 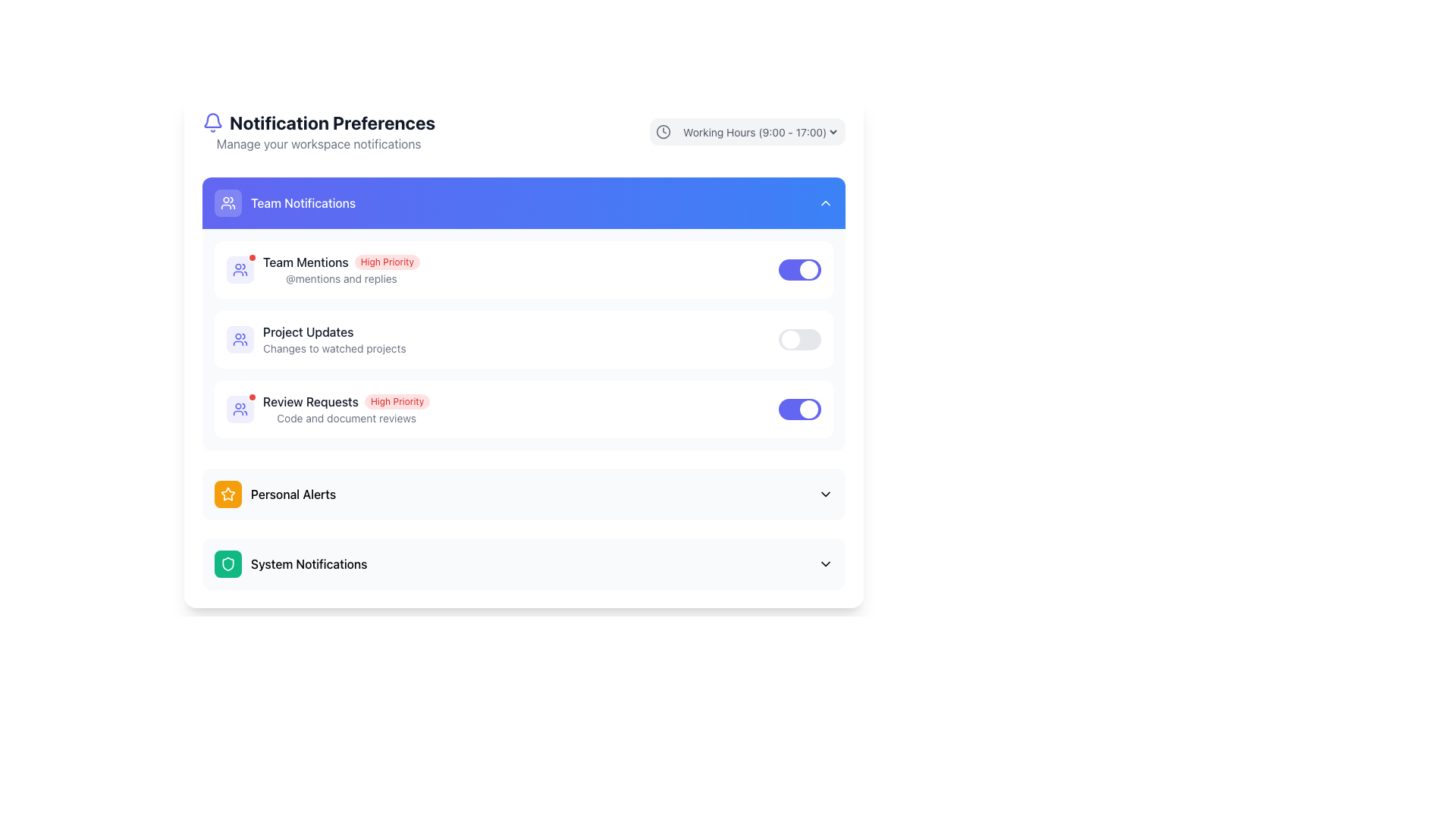 What do you see at coordinates (825, 202) in the screenshot?
I see `the upward-pointing chevron icon with white strokes against a blue background located at the far right end of the 'Team Notifications' header section` at bounding box center [825, 202].